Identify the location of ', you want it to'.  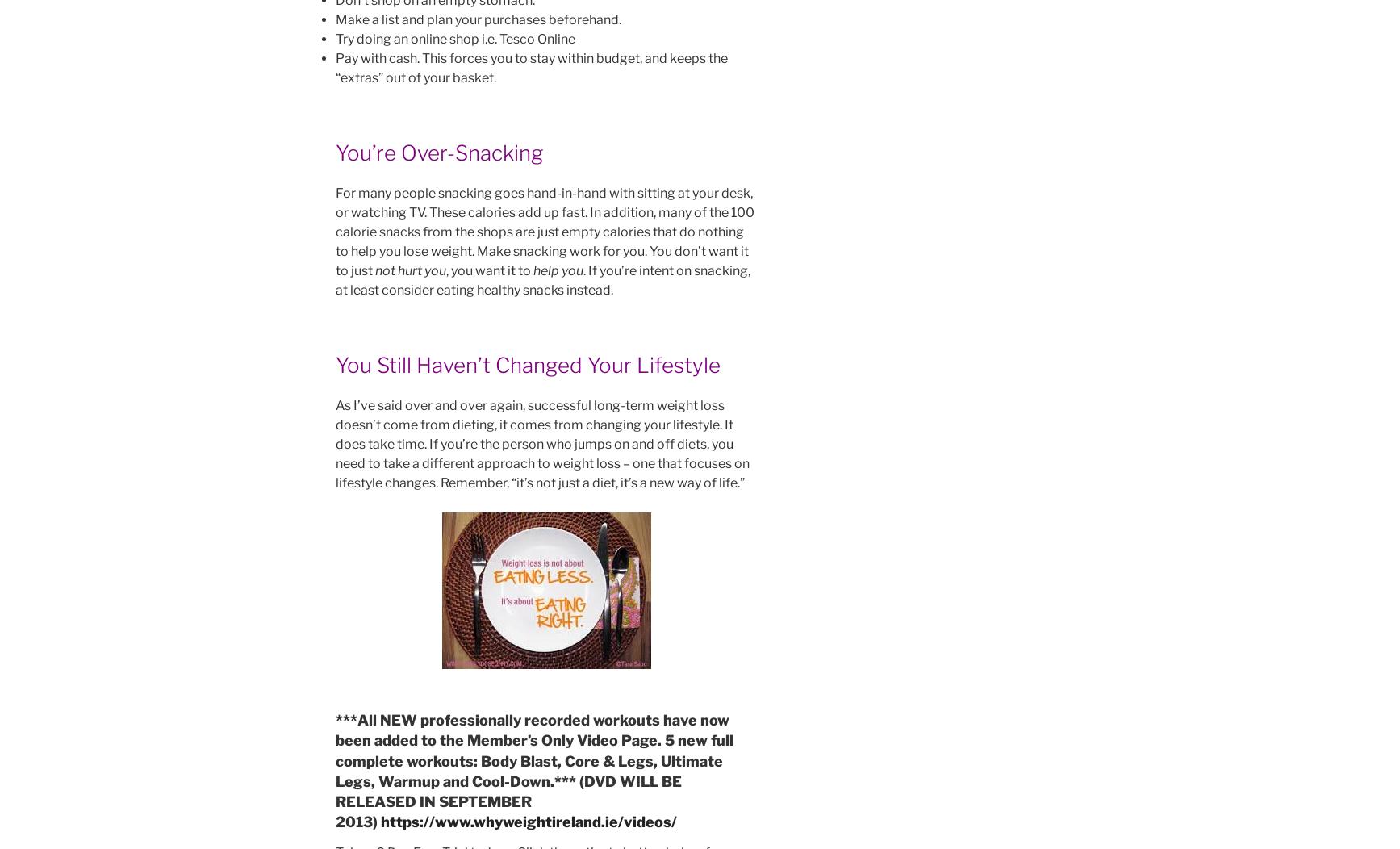
(489, 270).